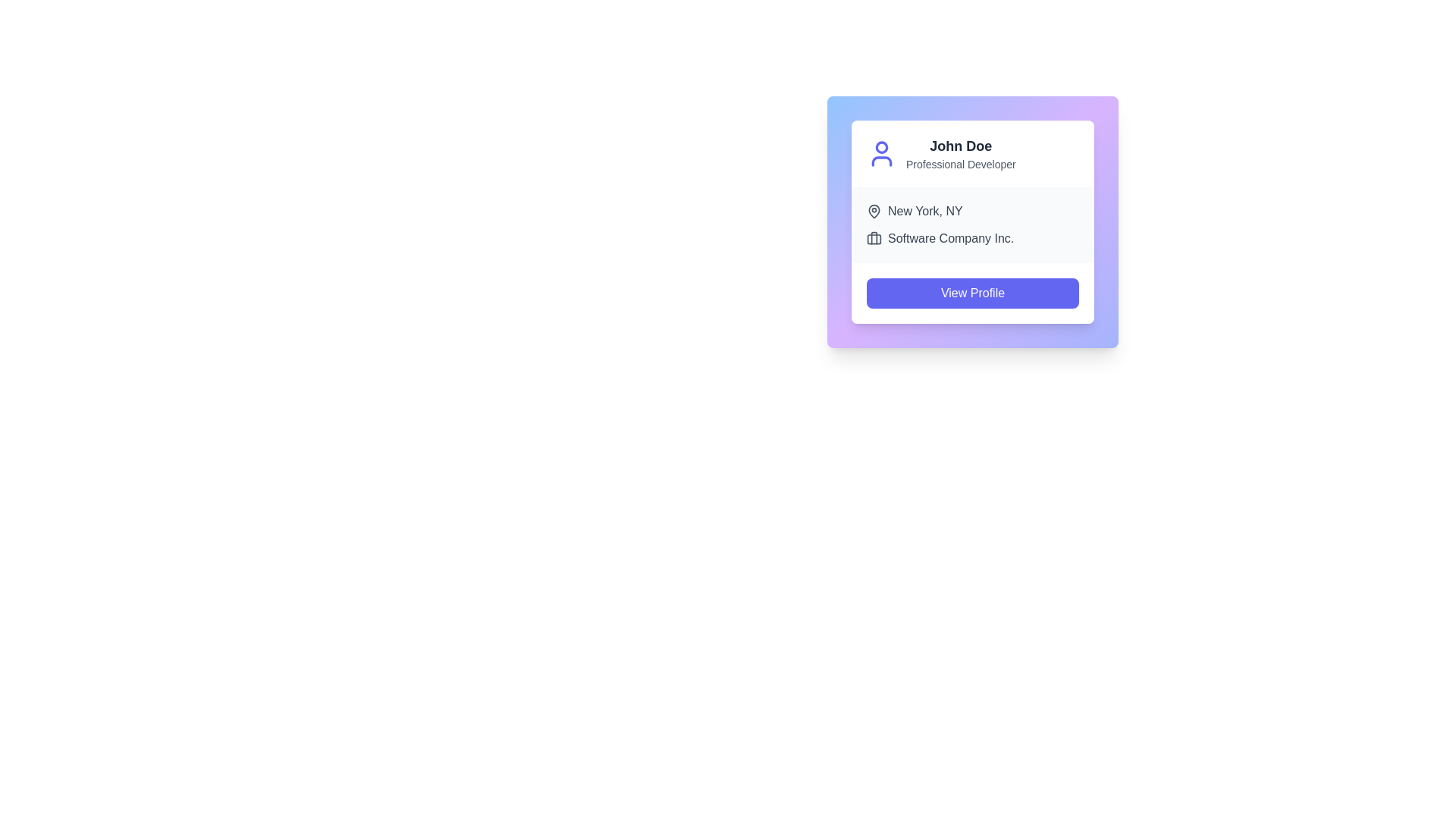 The width and height of the screenshot is (1456, 819). Describe the element at coordinates (972, 239) in the screenshot. I see `the 'Software Company Inc.' text with the briefcase icon located in the lower section of the card design, beneath the 'New York, NY' text` at that location.